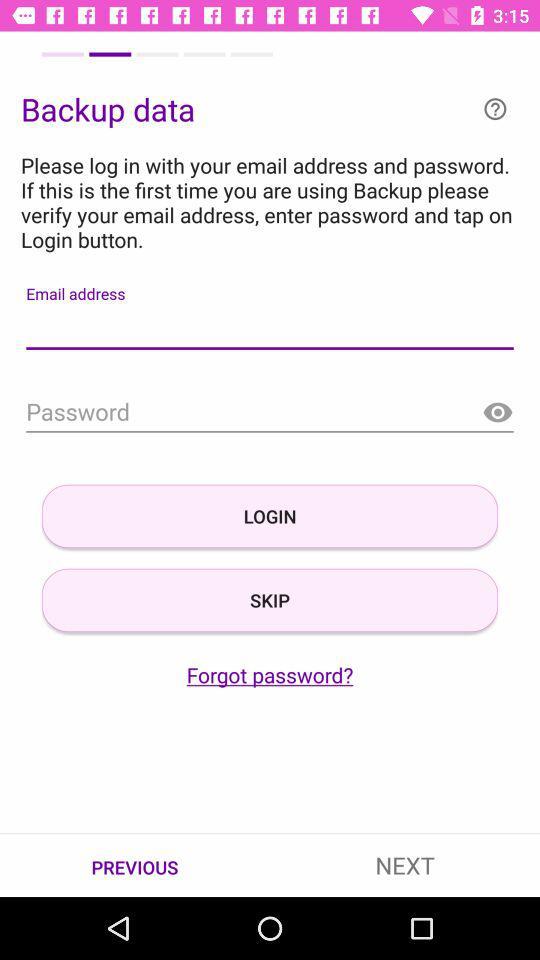  What do you see at coordinates (496, 412) in the screenshot?
I see `eye button` at bounding box center [496, 412].